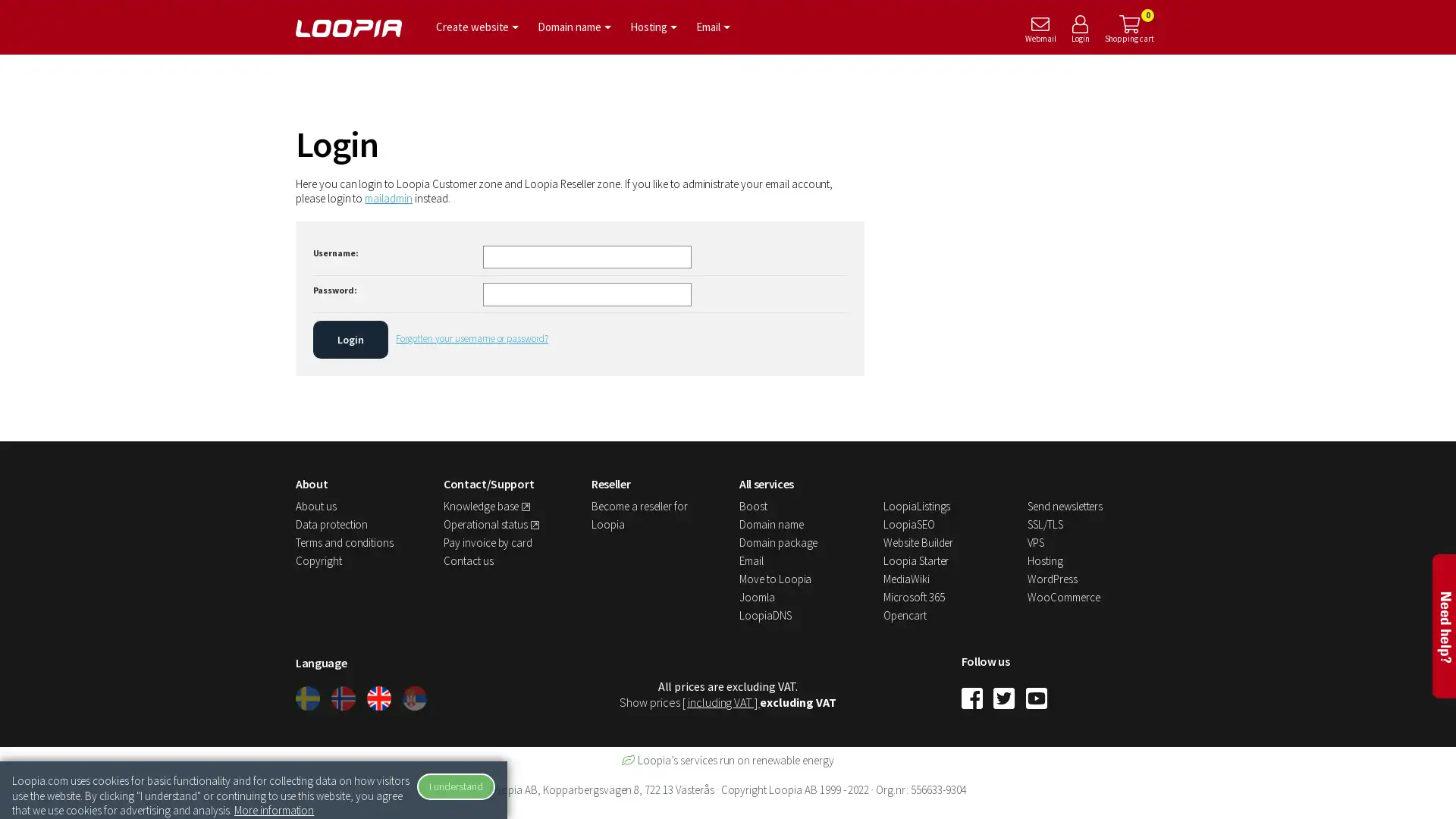 The image size is (1456, 819). I want to click on Login, so click(349, 338).